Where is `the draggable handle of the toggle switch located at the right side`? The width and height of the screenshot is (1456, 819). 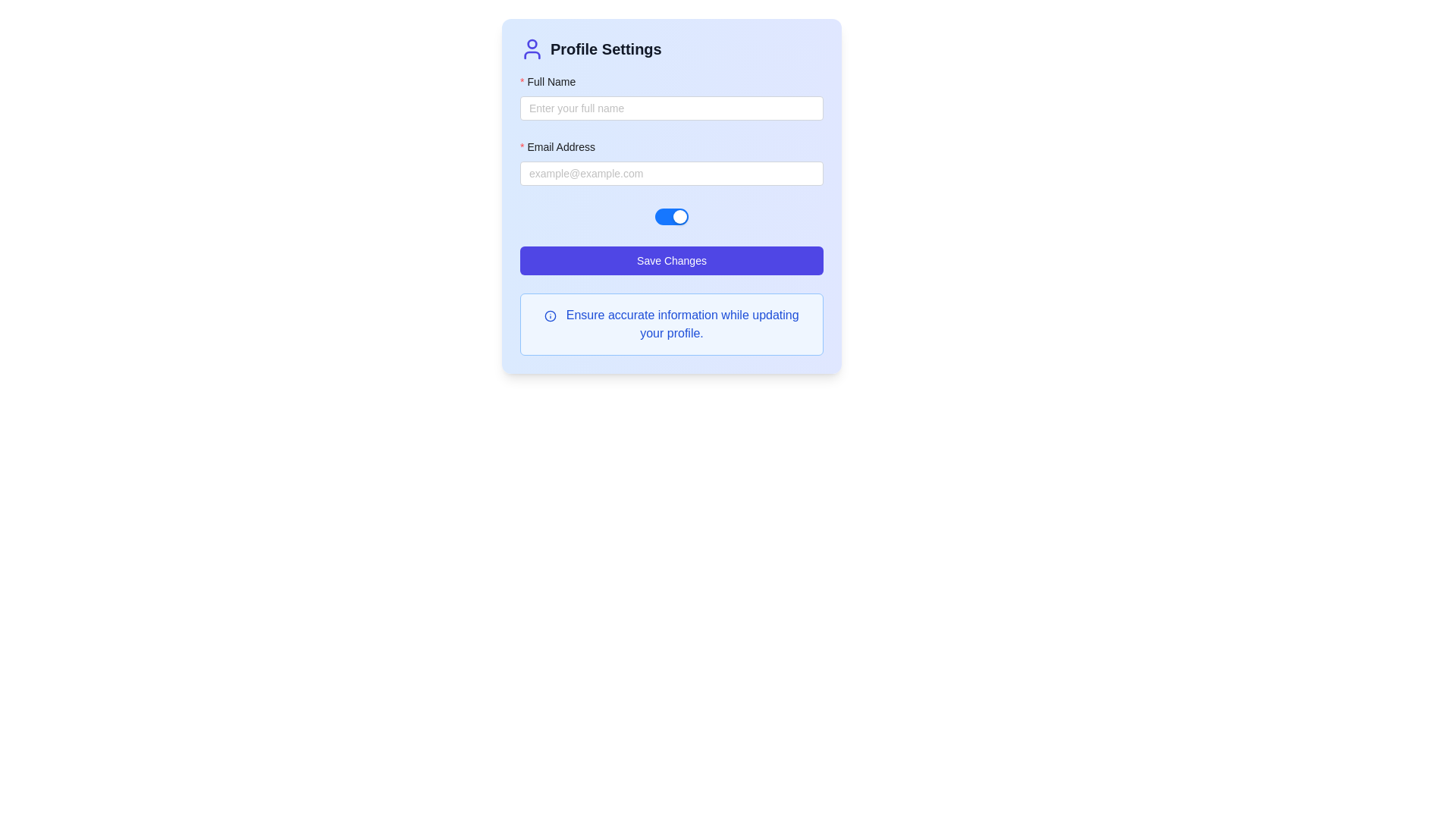
the draggable handle of the toggle switch located at the right side is located at coordinates (679, 216).